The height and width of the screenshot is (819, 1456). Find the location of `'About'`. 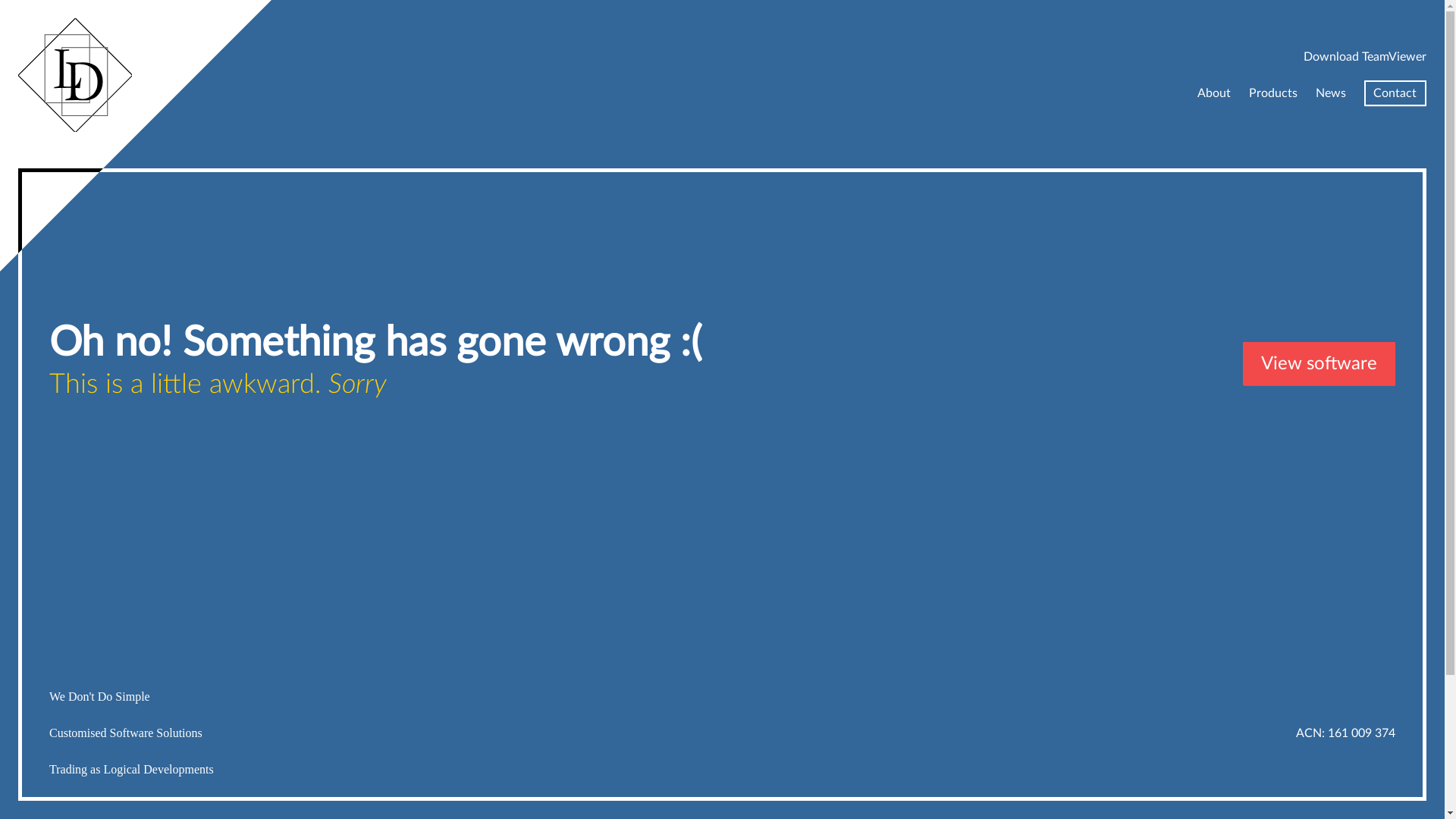

'About' is located at coordinates (1197, 93).